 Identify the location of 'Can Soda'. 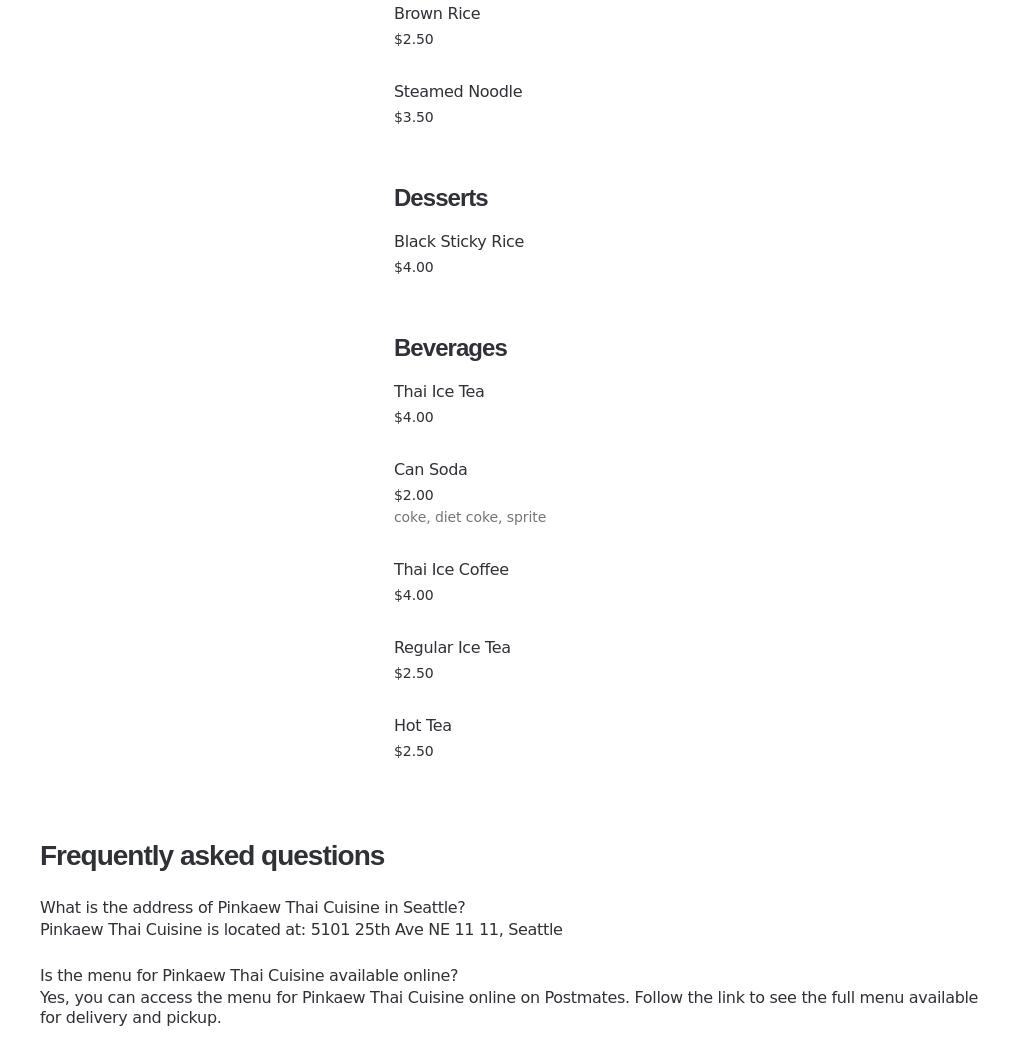
(430, 468).